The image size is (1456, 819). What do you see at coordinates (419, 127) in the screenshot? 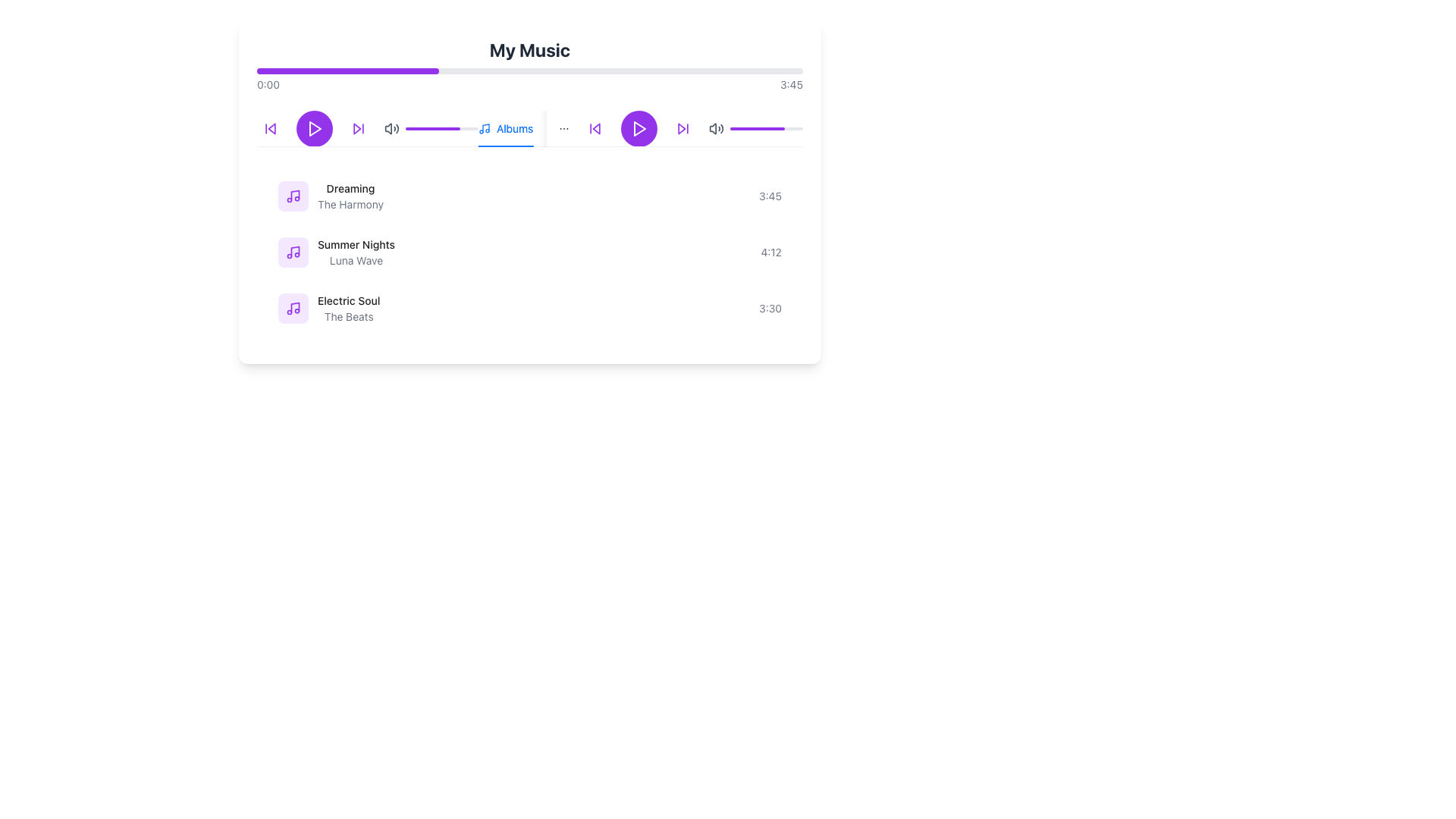
I see `the progress value` at bounding box center [419, 127].